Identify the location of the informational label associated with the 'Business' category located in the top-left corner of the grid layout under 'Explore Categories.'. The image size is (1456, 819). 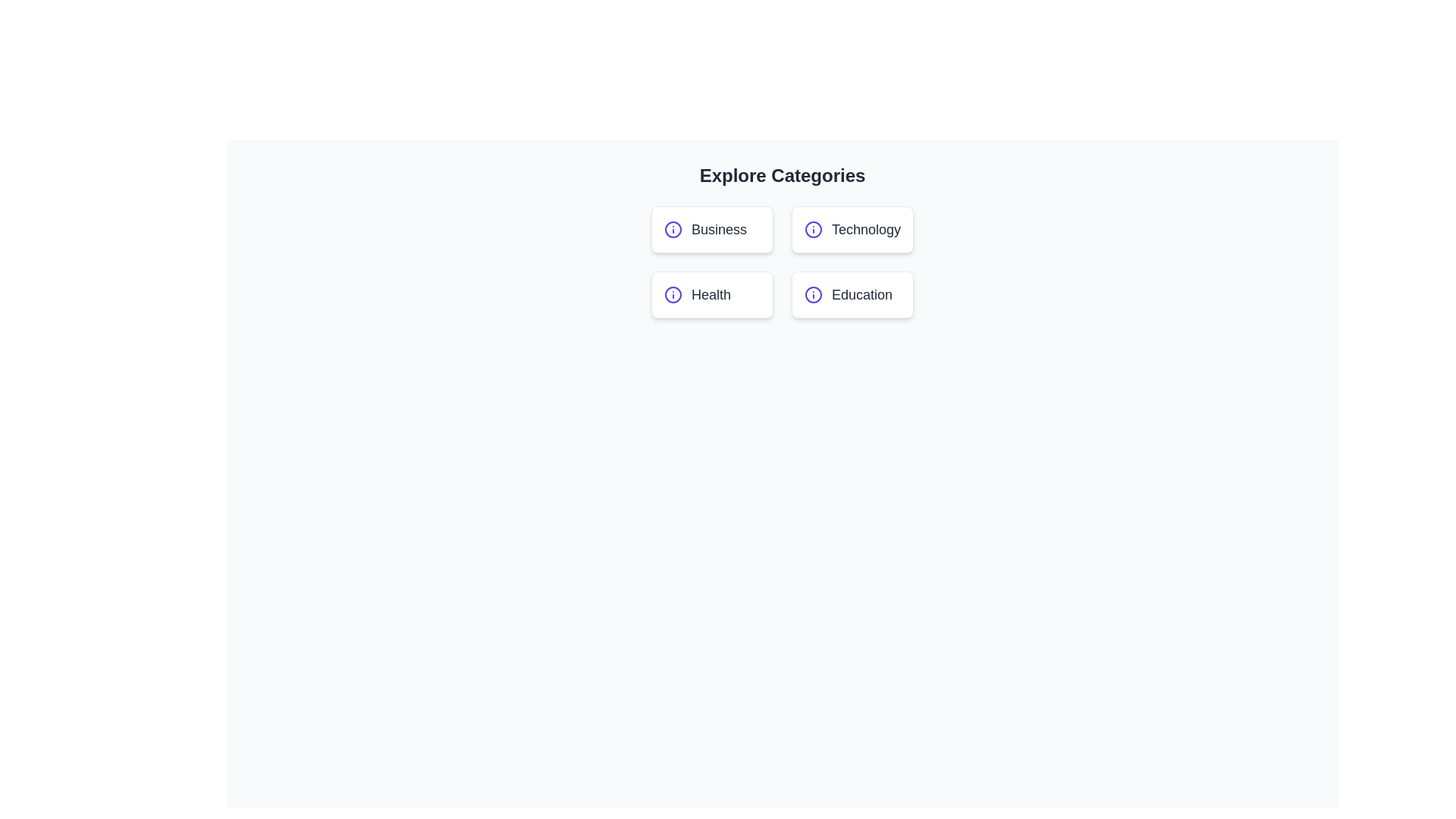
(711, 230).